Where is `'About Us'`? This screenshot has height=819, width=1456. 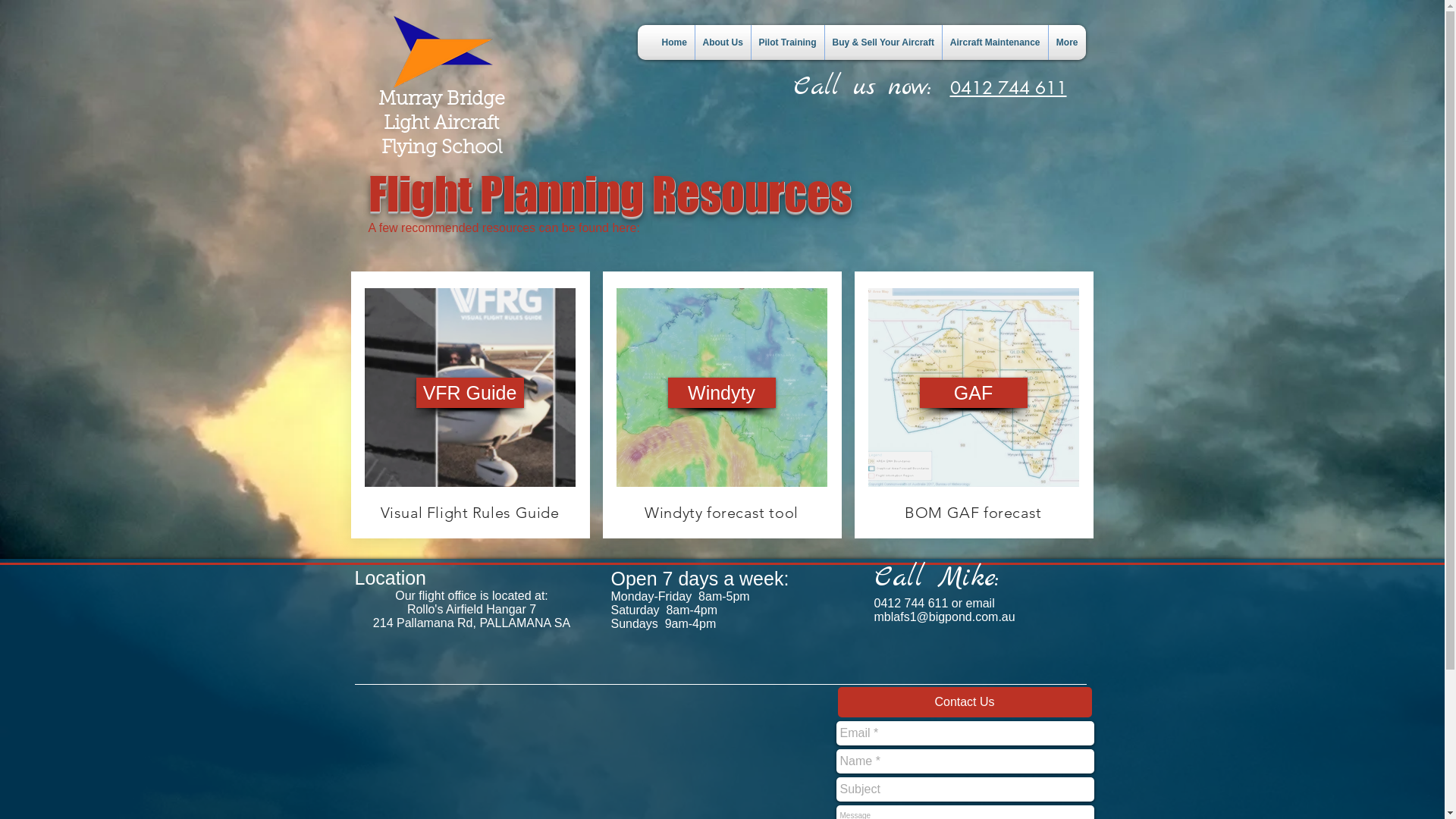 'About Us' is located at coordinates (721, 42).